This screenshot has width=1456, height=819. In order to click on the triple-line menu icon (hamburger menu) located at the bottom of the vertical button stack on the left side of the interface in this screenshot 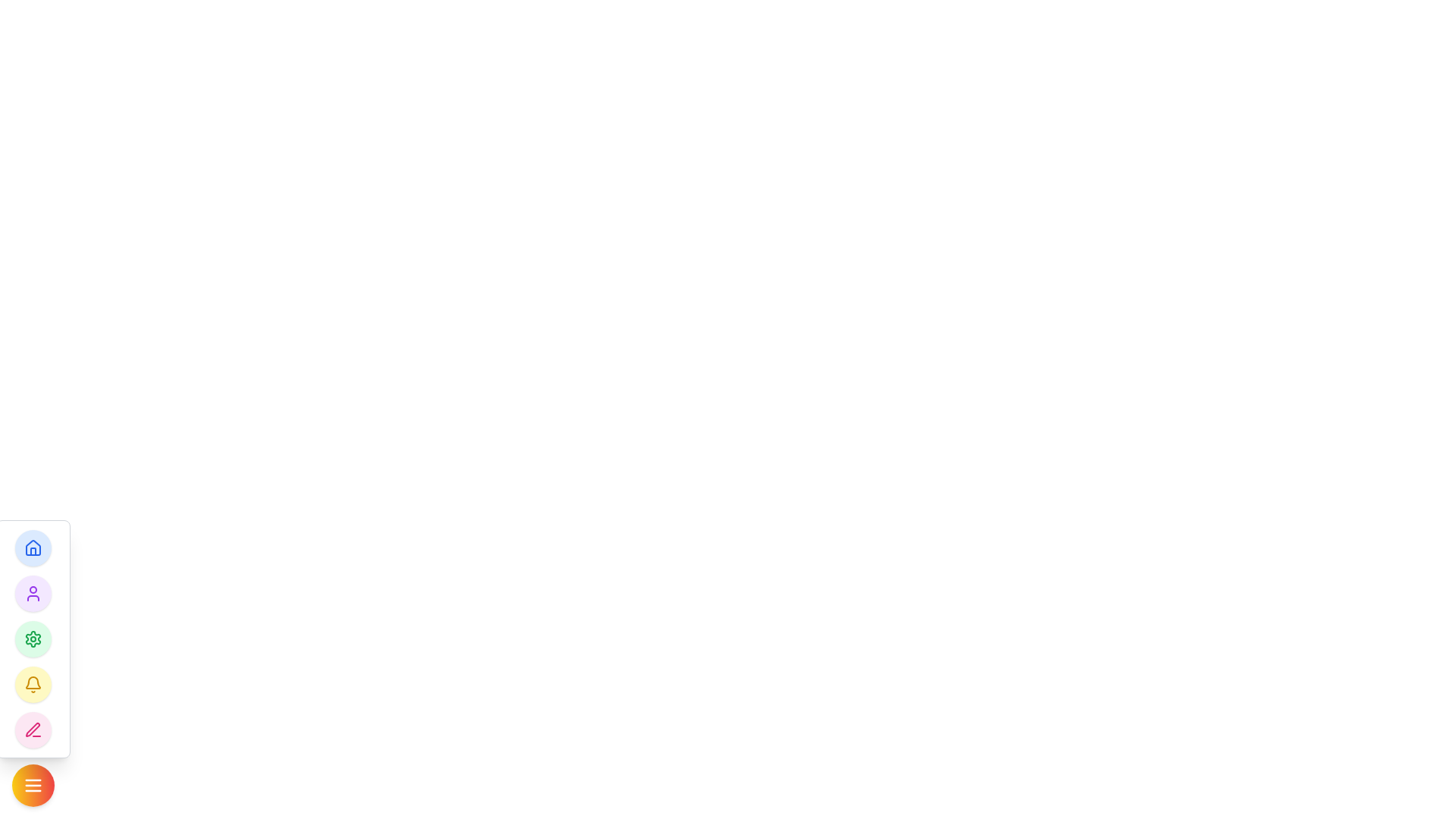, I will do `click(33, 785)`.